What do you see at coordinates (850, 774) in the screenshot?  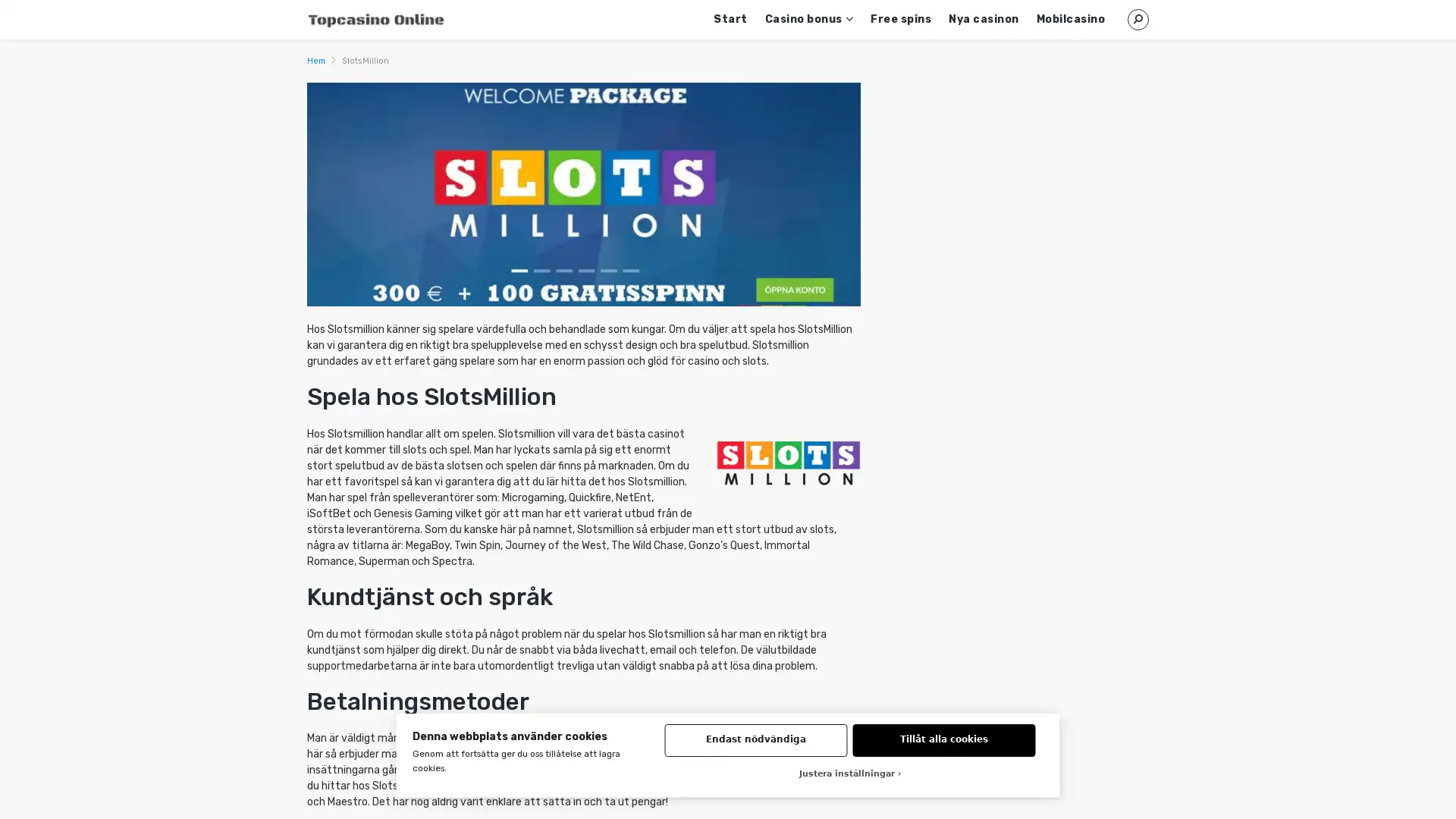 I see `Justera installningar` at bounding box center [850, 774].